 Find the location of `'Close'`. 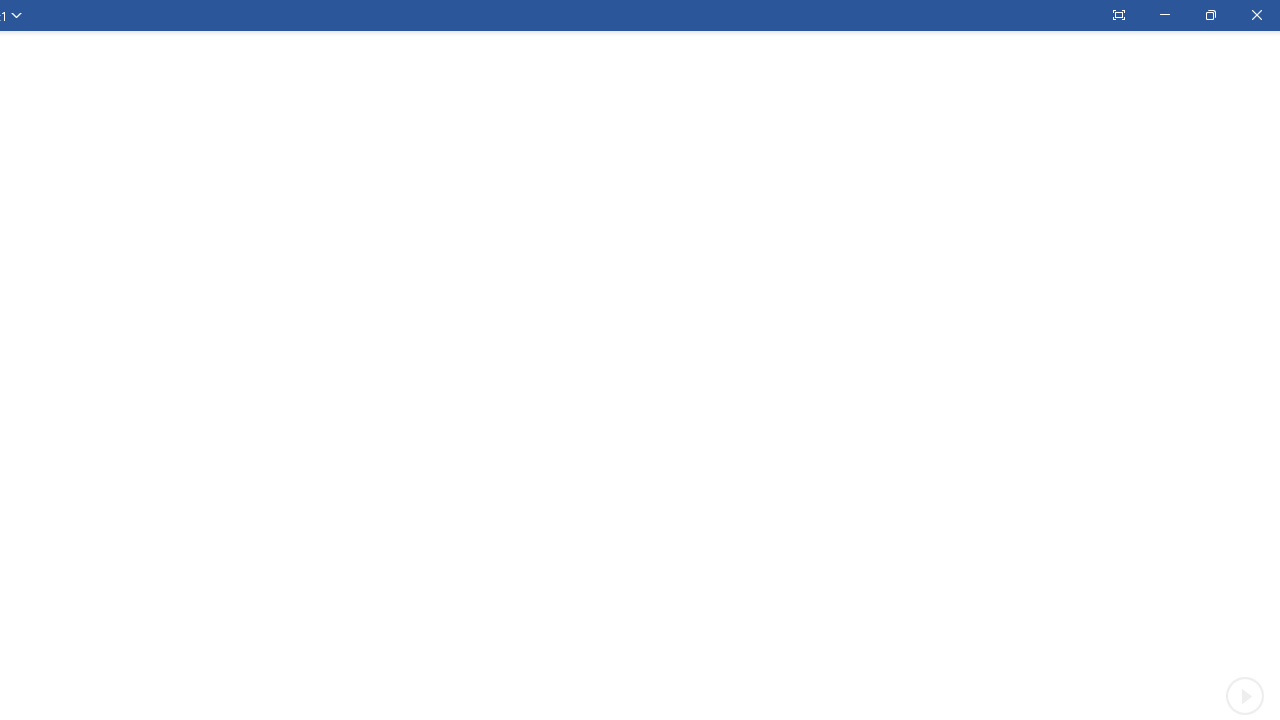

'Close' is located at coordinates (1255, 15).